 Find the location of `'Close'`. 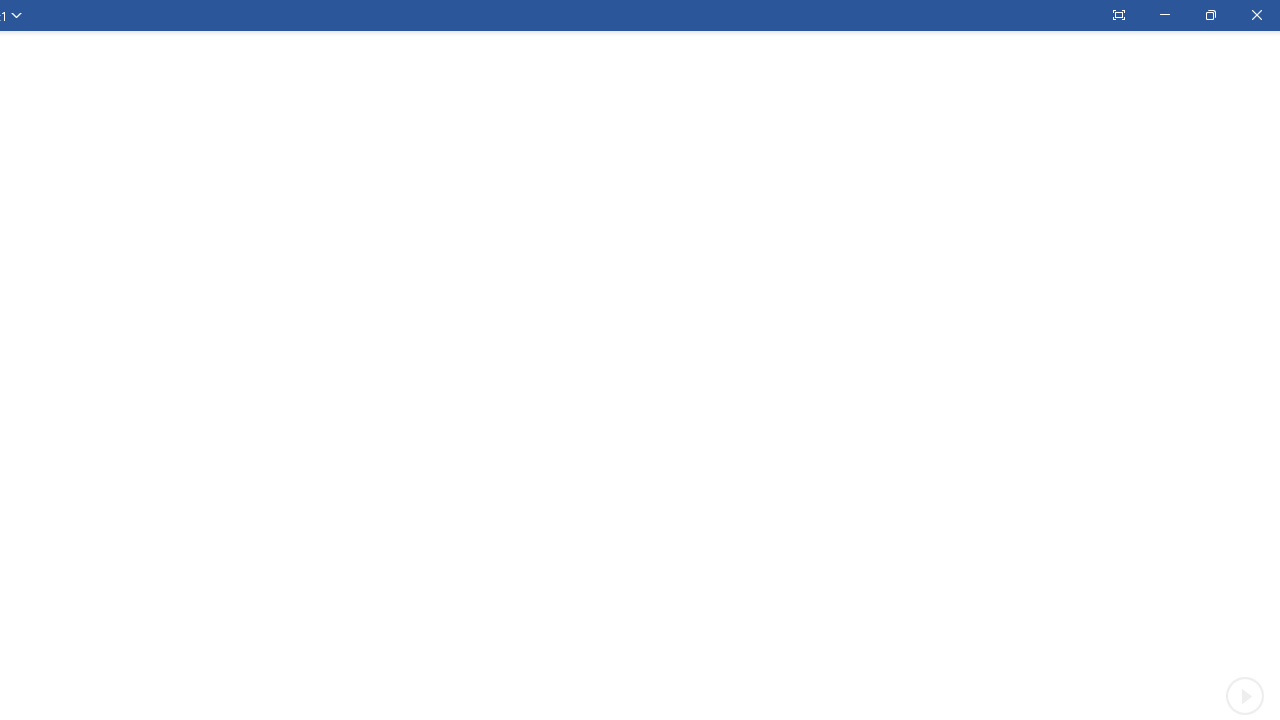

'Close' is located at coordinates (1255, 15).